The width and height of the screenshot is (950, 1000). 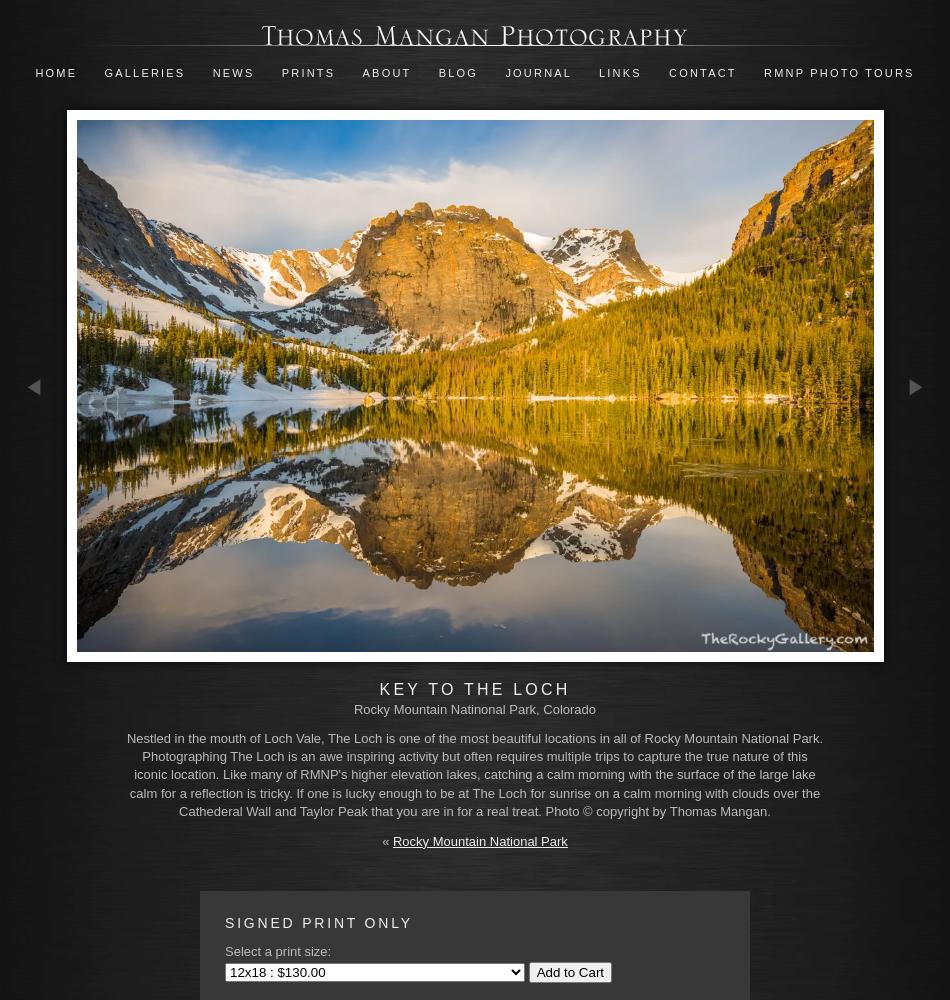 I want to click on 'Select a print size:', so click(x=276, y=950).